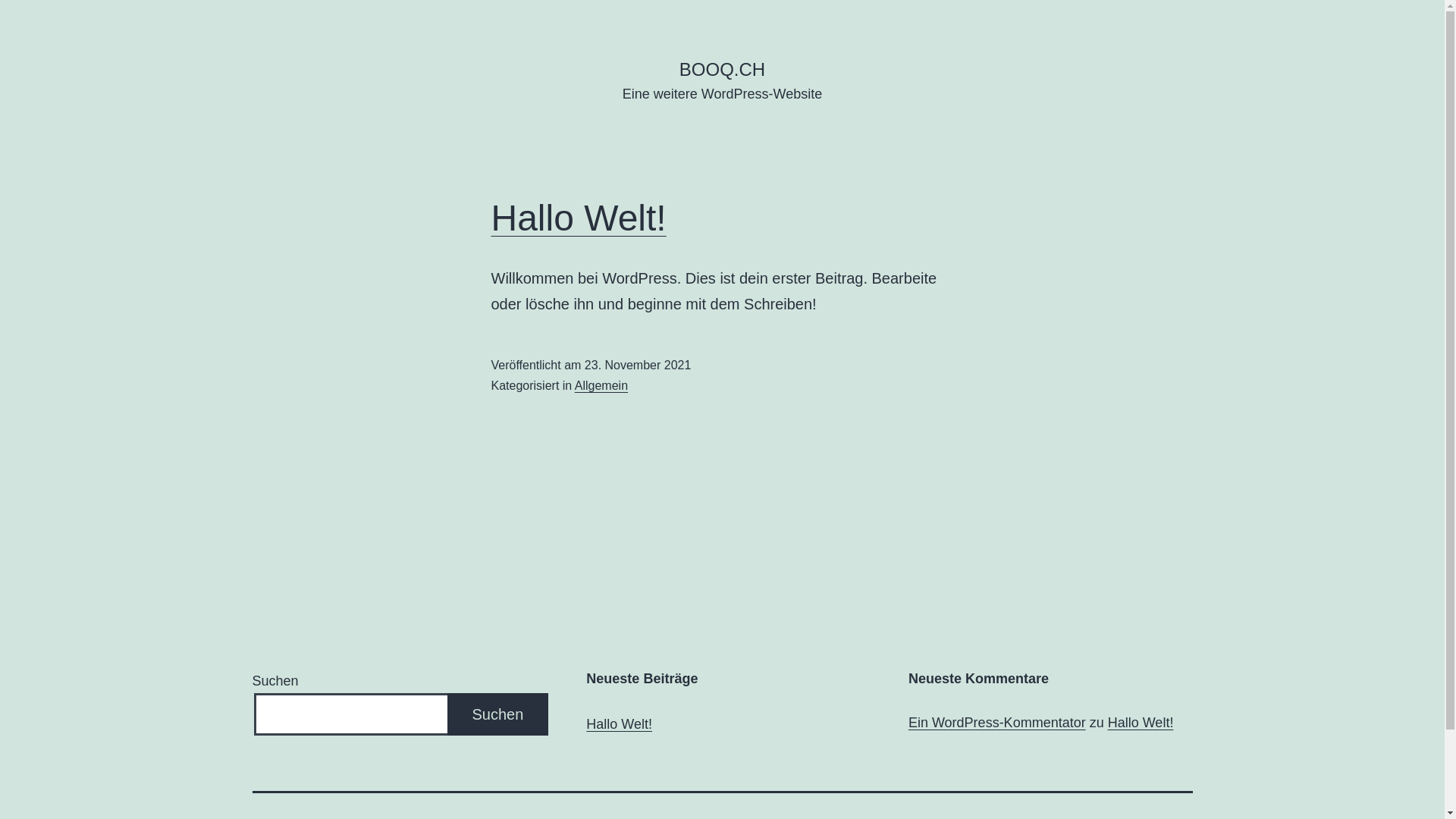 Image resolution: width=1456 pixels, height=819 pixels. What do you see at coordinates (578, 218) in the screenshot?
I see `'Hallo Welt!'` at bounding box center [578, 218].